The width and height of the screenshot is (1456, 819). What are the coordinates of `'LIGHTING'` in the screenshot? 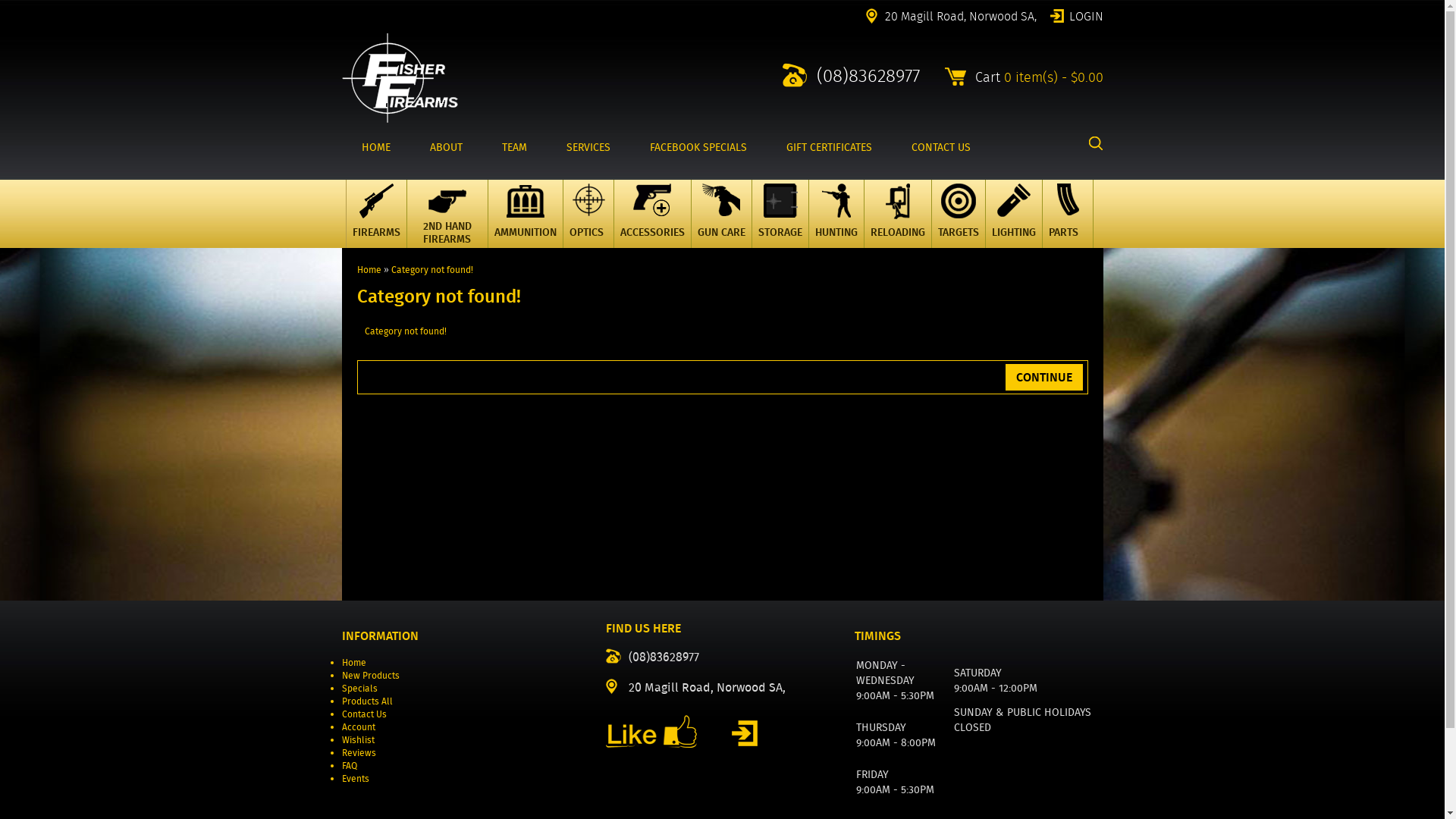 It's located at (1012, 213).